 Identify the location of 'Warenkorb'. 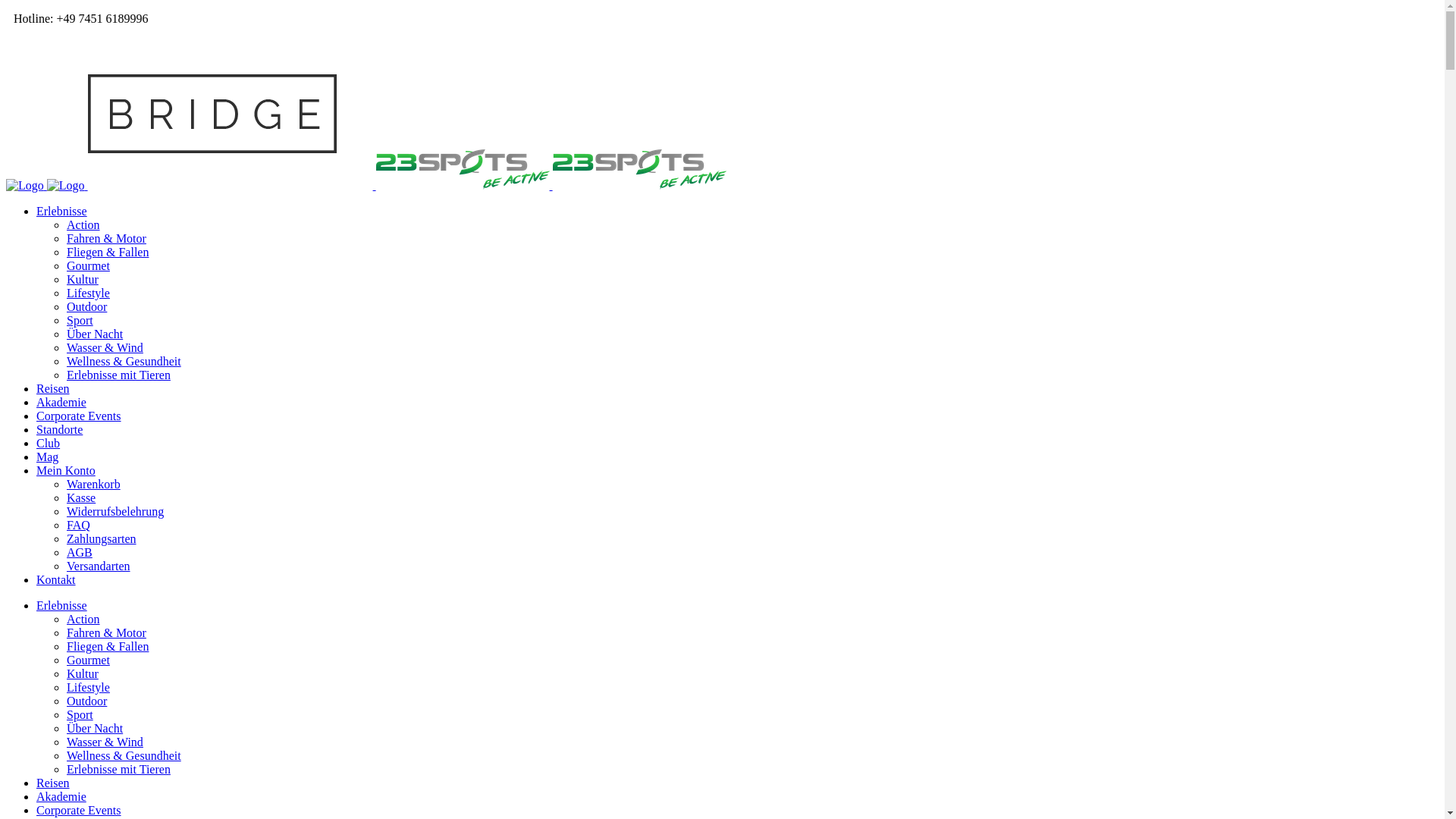
(93, 484).